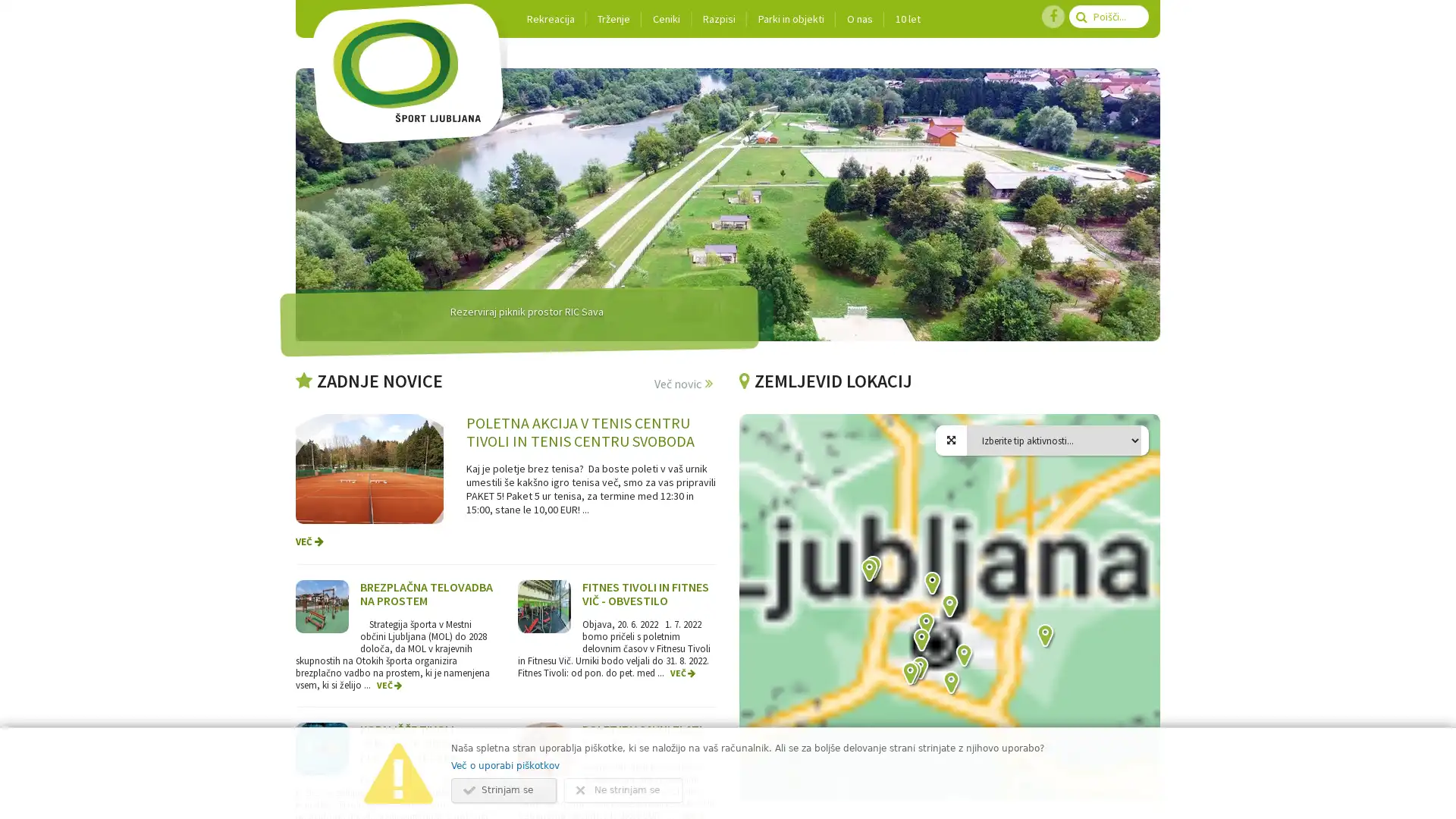  Describe the element at coordinates (878, 795) in the screenshot. I see `Bliznjicne tipke` at that location.